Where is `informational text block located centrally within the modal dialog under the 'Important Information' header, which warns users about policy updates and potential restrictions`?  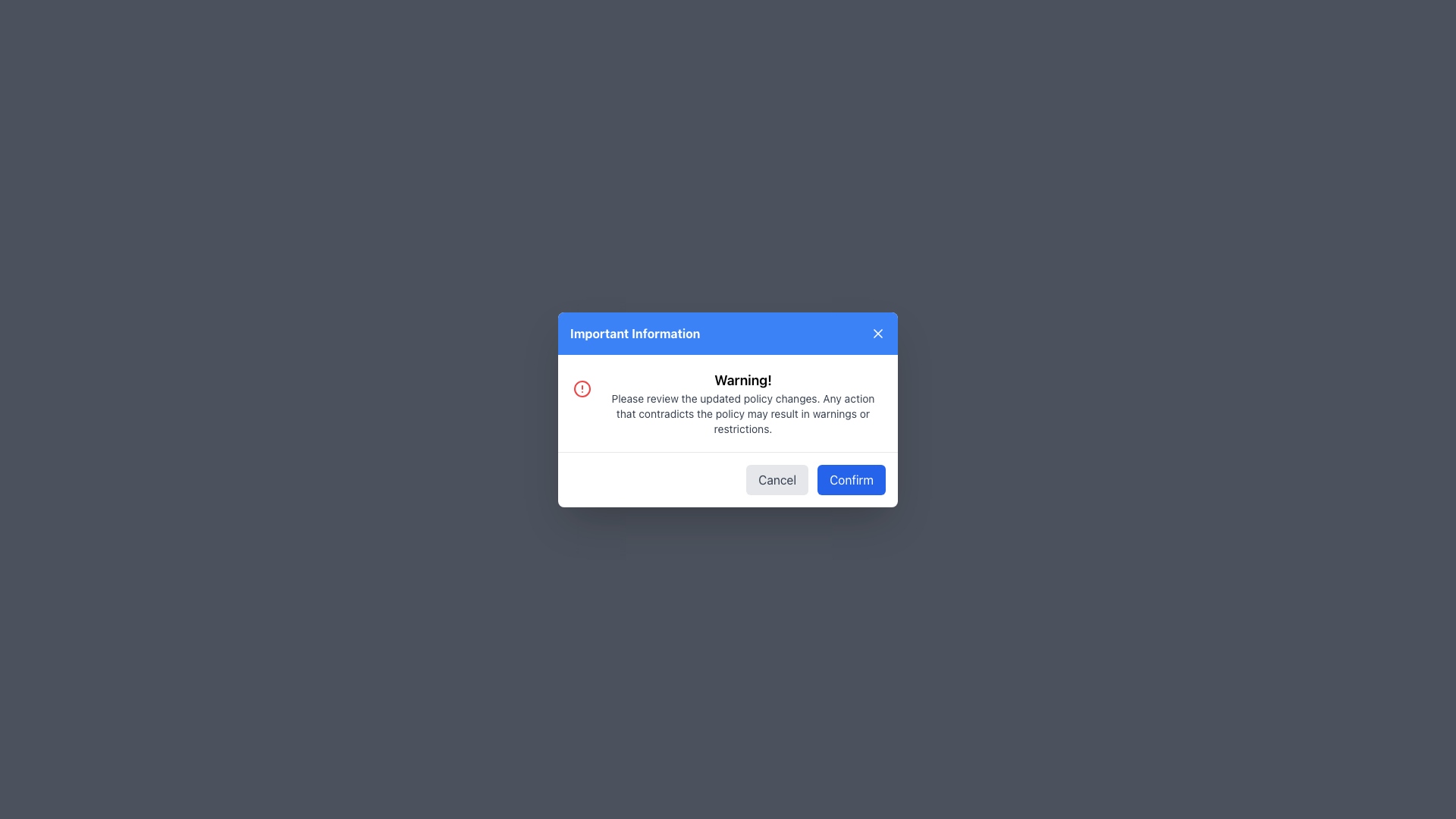
informational text block located centrally within the modal dialog under the 'Important Information' header, which warns users about policy updates and potential restrictions is located at coordinates (742, 402).